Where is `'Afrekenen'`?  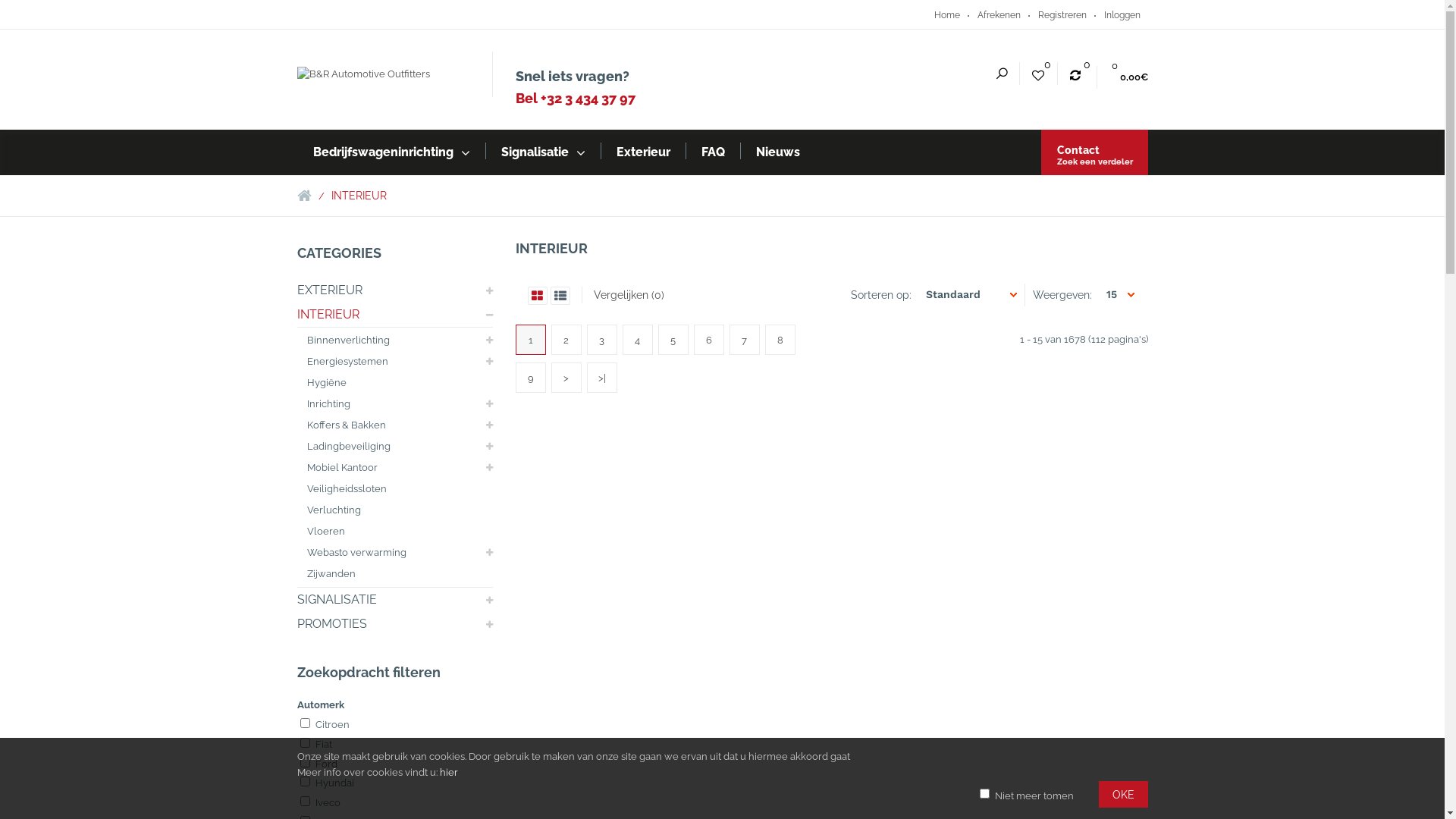
'Afrekenen' is located at coordinates (998, 15).